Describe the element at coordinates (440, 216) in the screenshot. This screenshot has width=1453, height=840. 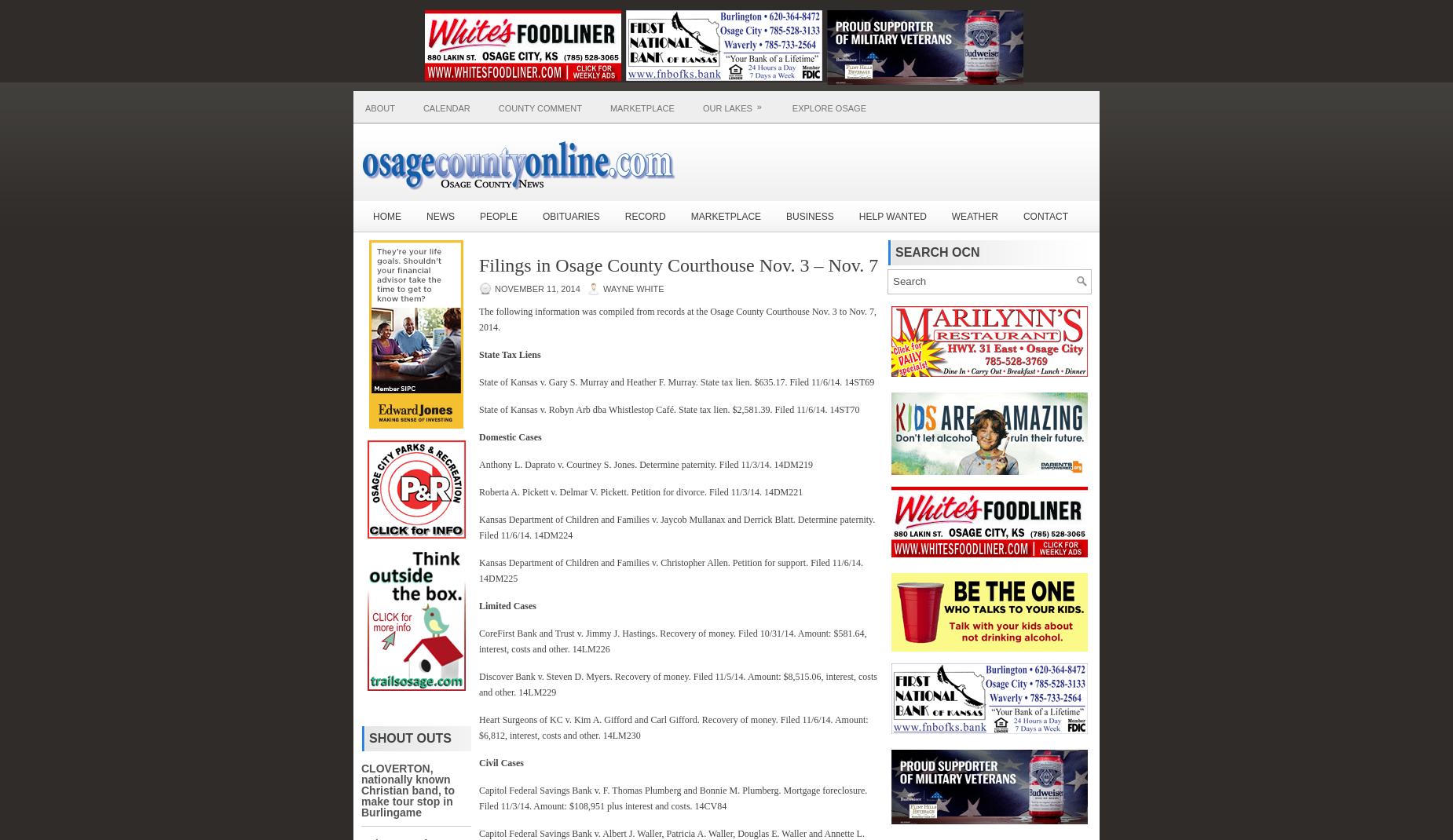
I see `'News'` at that location.